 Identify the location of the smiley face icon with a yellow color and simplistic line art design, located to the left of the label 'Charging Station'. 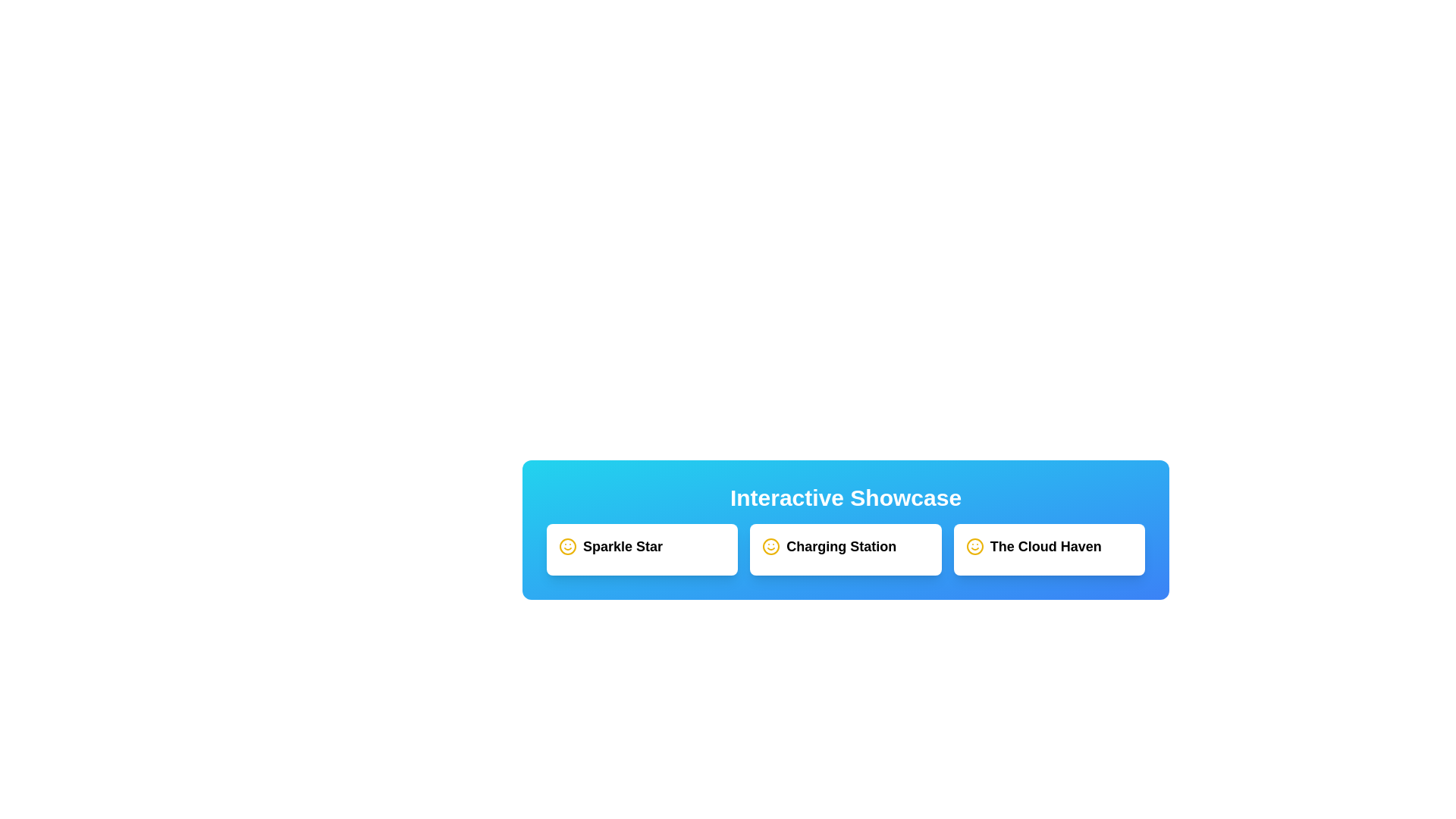
(771, 547).